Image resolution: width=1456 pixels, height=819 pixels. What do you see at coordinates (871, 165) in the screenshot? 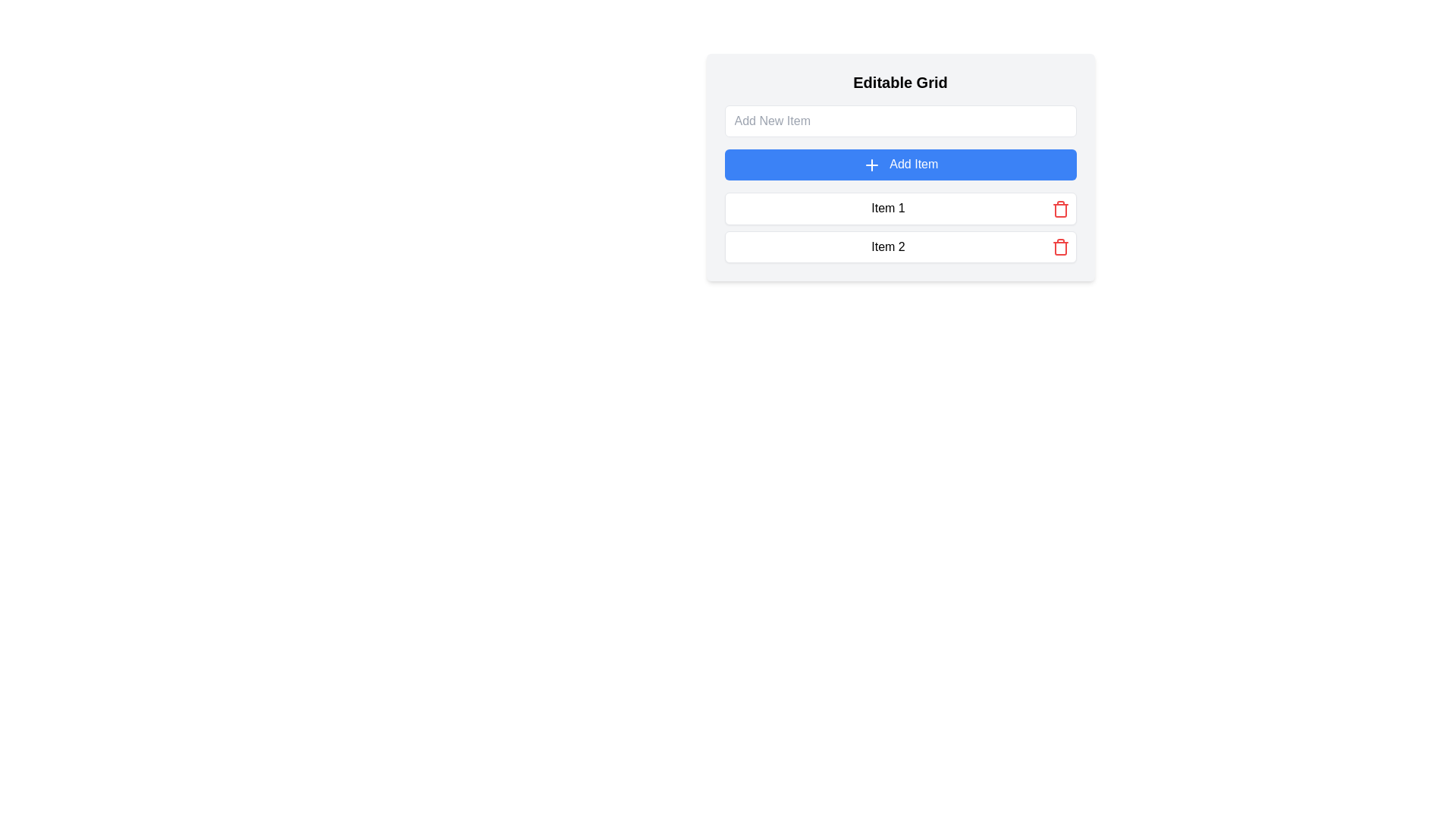
I see `the plus sign icon located inside the blue 'Add Item' button, which is positioned to the left of the text 'Add Item'` at bounding box center [871, 165].